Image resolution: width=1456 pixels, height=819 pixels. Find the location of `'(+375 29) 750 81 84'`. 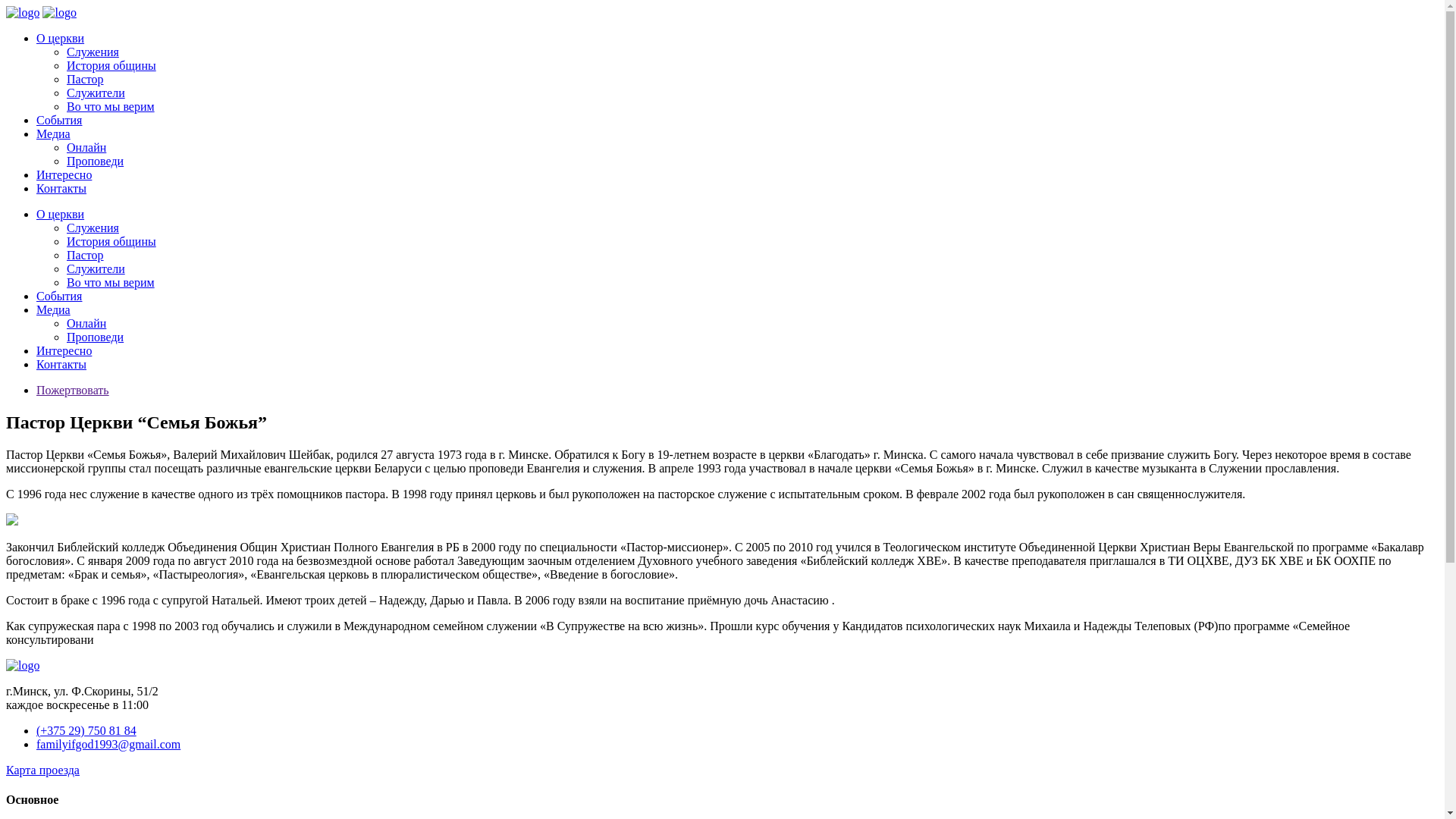

'(+375 29) 750 81 84' is located at coordinates (86, 730).